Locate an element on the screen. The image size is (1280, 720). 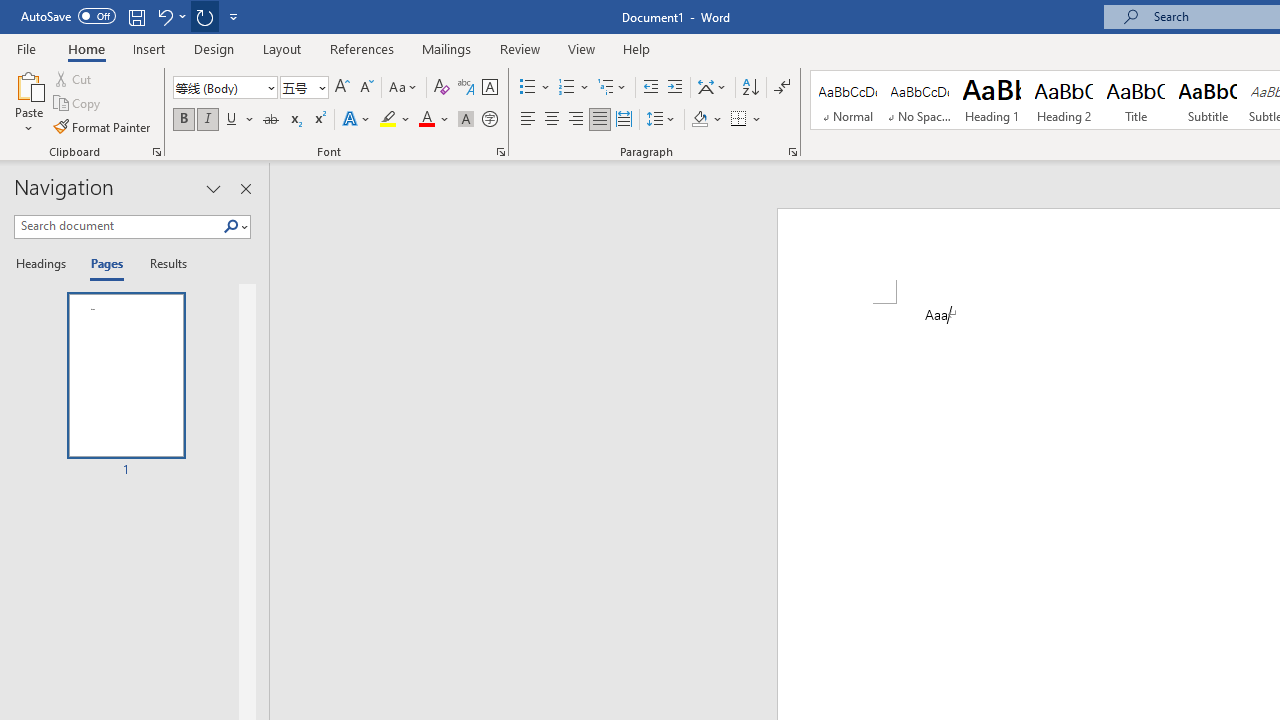
'Borders' is located at coordinates (745, 119).